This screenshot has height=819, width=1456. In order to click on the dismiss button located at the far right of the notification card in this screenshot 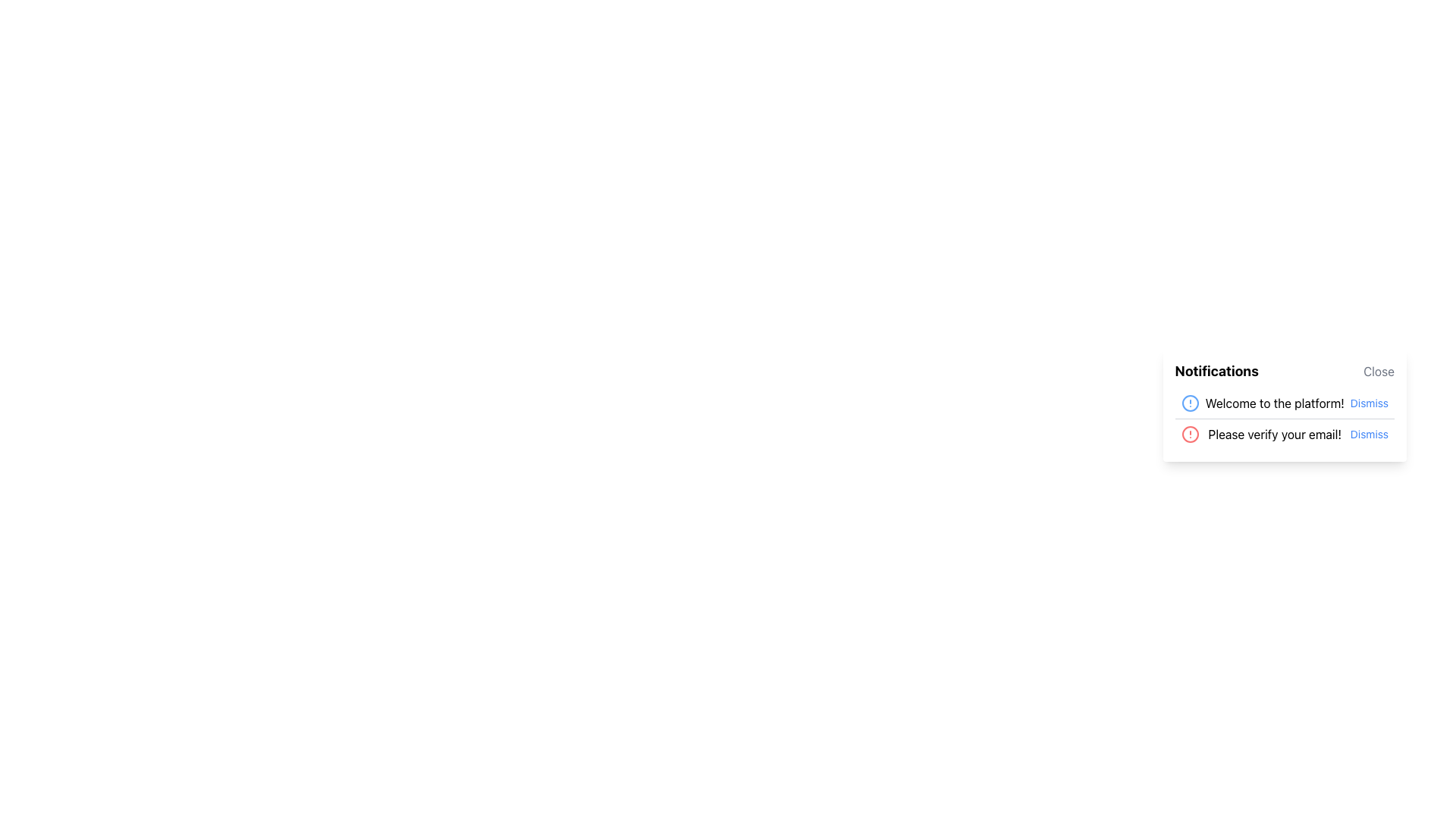, I will do `click(1369, 435)`.